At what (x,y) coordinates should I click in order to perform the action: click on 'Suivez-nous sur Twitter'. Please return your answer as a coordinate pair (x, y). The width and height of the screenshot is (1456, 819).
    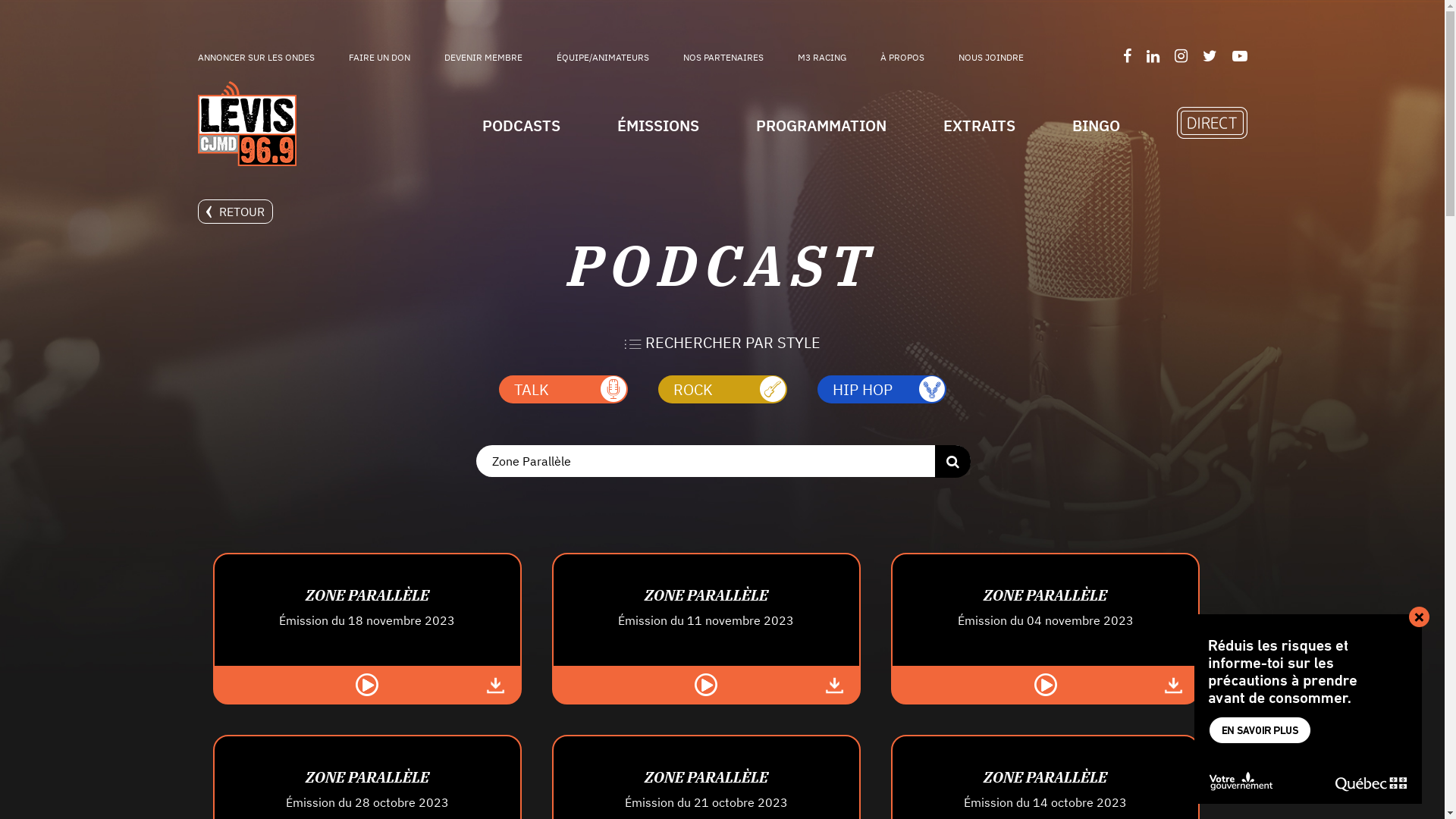
    Looking at the image, I should click on (1209, 55).